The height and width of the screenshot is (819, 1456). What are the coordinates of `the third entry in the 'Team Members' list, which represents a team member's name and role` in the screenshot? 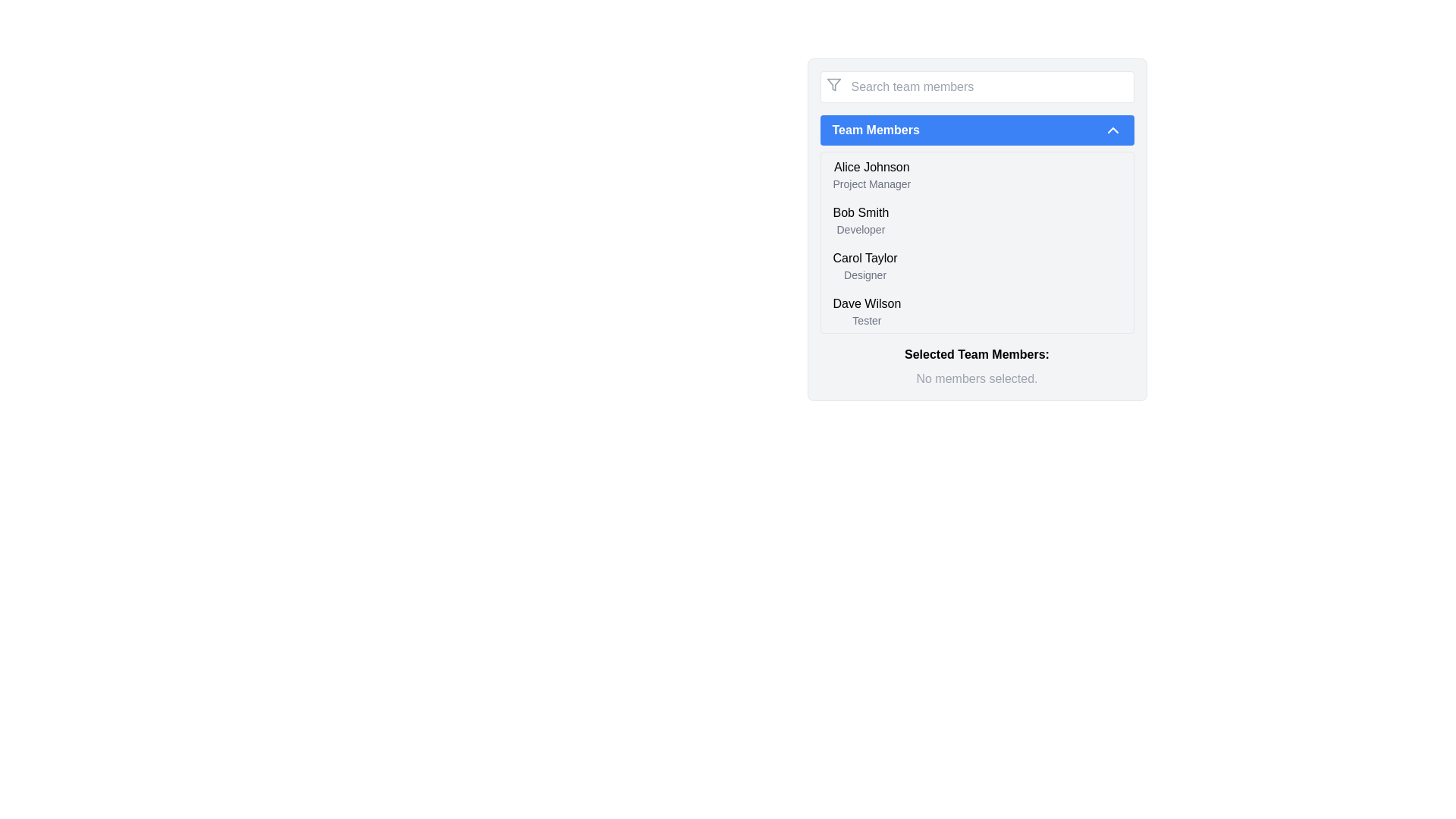 It's located at (865, 265).